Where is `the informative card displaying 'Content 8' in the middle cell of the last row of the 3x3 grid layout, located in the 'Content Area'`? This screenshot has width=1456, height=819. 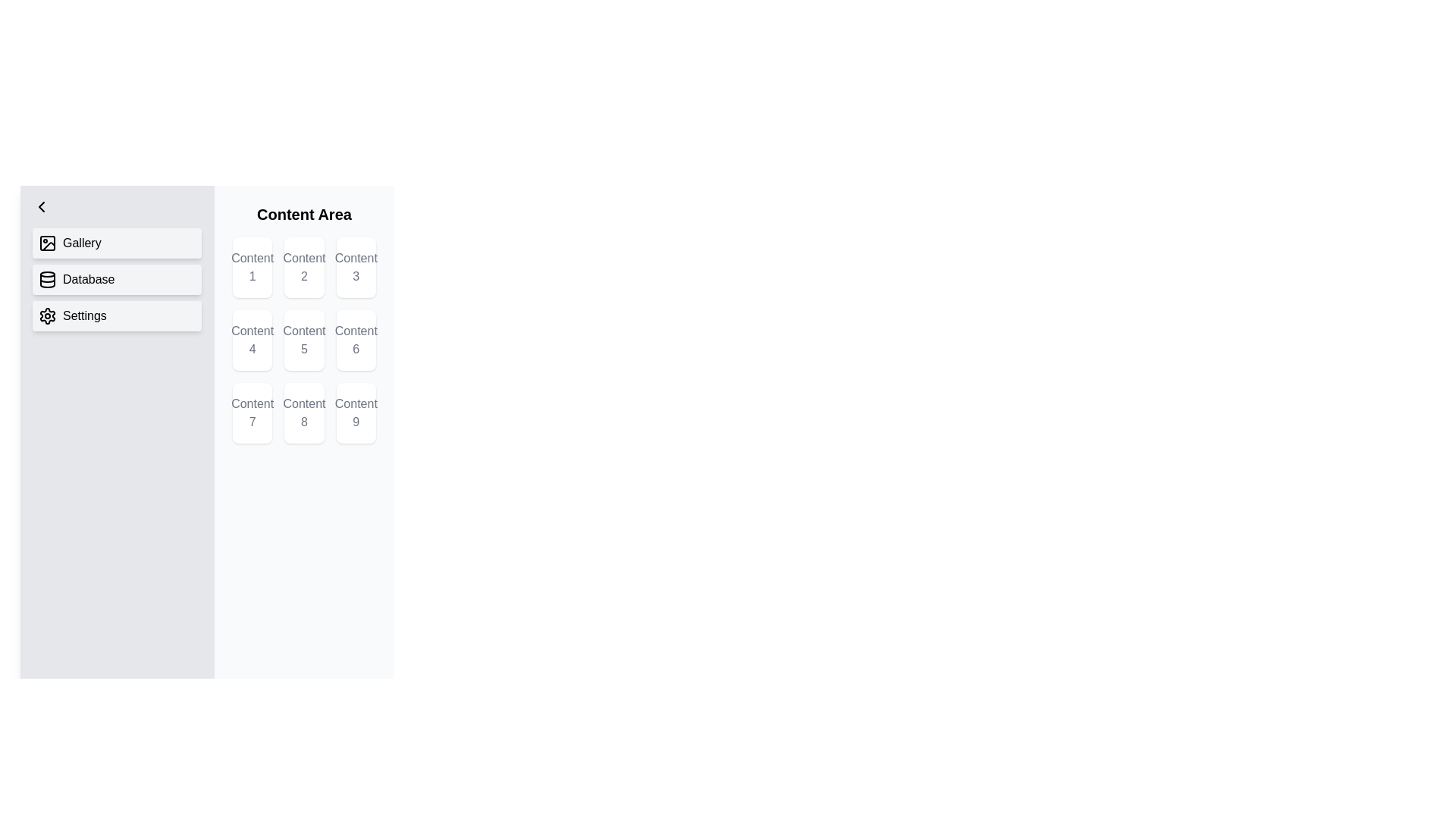 the informative card displaying 'Content 8' in the middle cell of the last row of the 3x3 grid layout, located in the 'Content Area' is located at coordinates (303, 413).